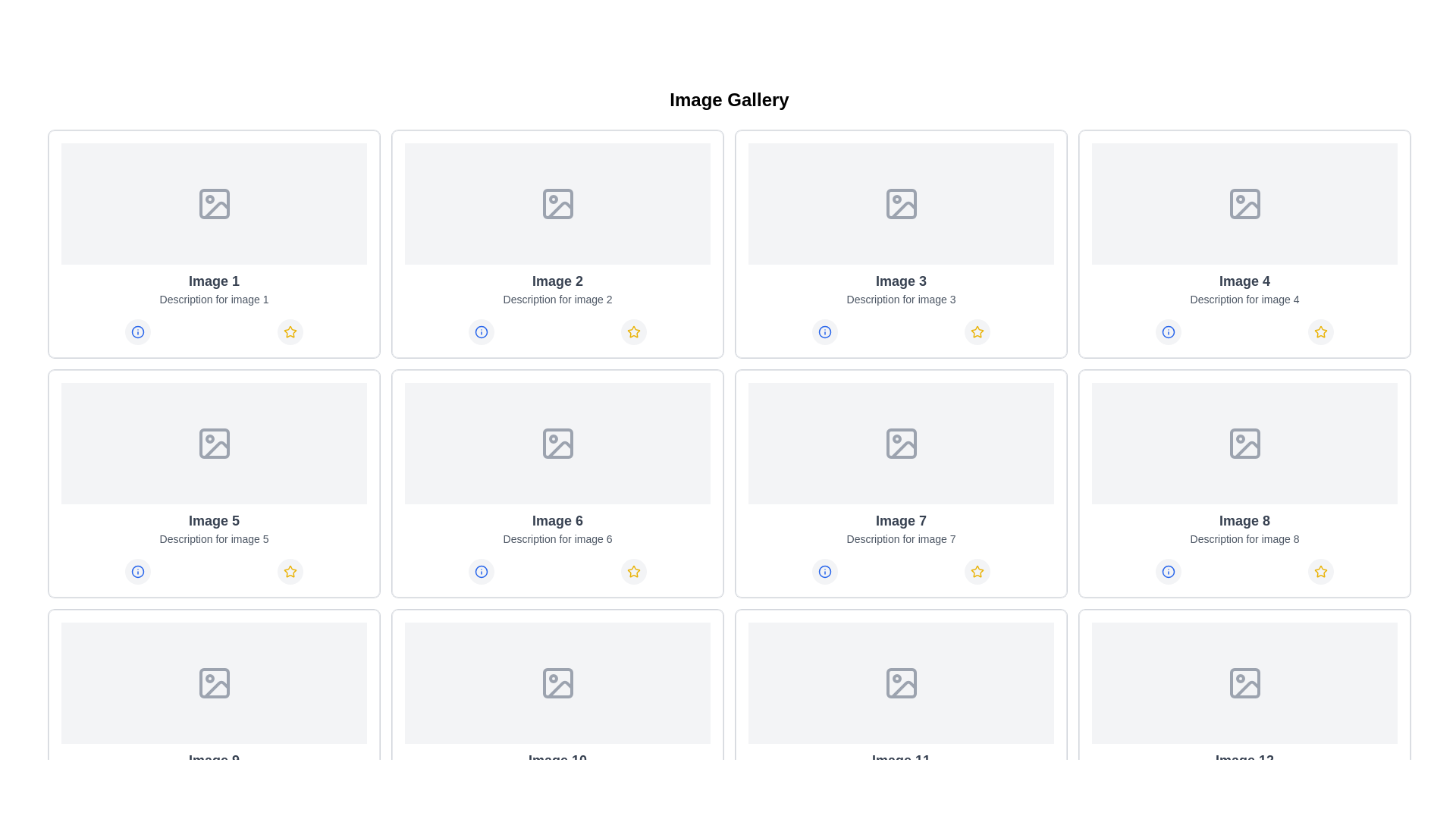 Image resolution: width=1456 pixels, height=819 pixels. What do you see at coordinates (213, 519) in the screenshot?
I see `the text label located in the second column, second row of the grid layout, which serves as the title or label for the associated image or content block` at bounding box center [213, 519].